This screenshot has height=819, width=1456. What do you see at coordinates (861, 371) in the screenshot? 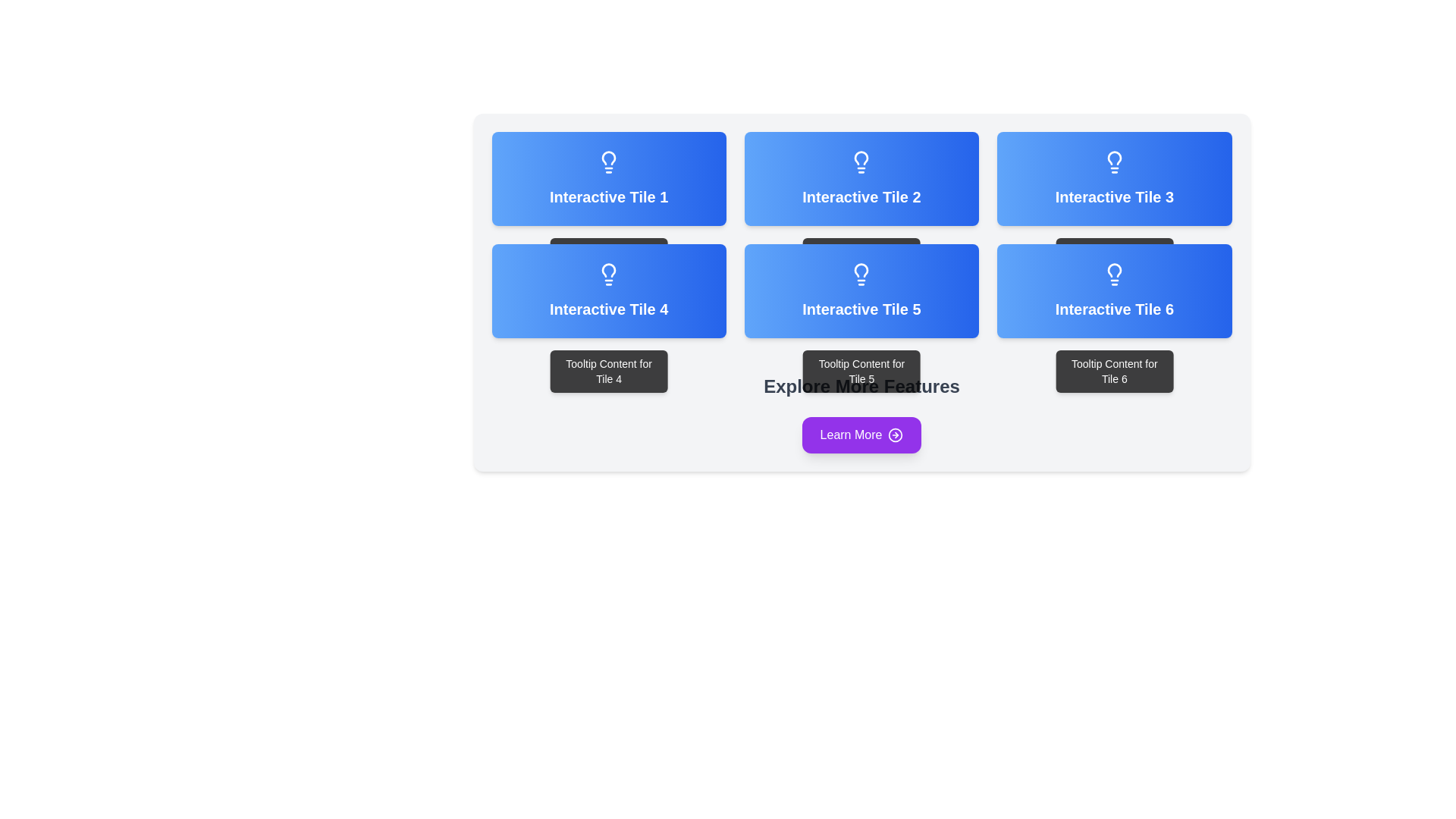
I see `the Tooltip that provides additional information related to Tile 5, located directly beneath Tile 5 in the second row of the interactive tiles` at bounding box center [861, 371].